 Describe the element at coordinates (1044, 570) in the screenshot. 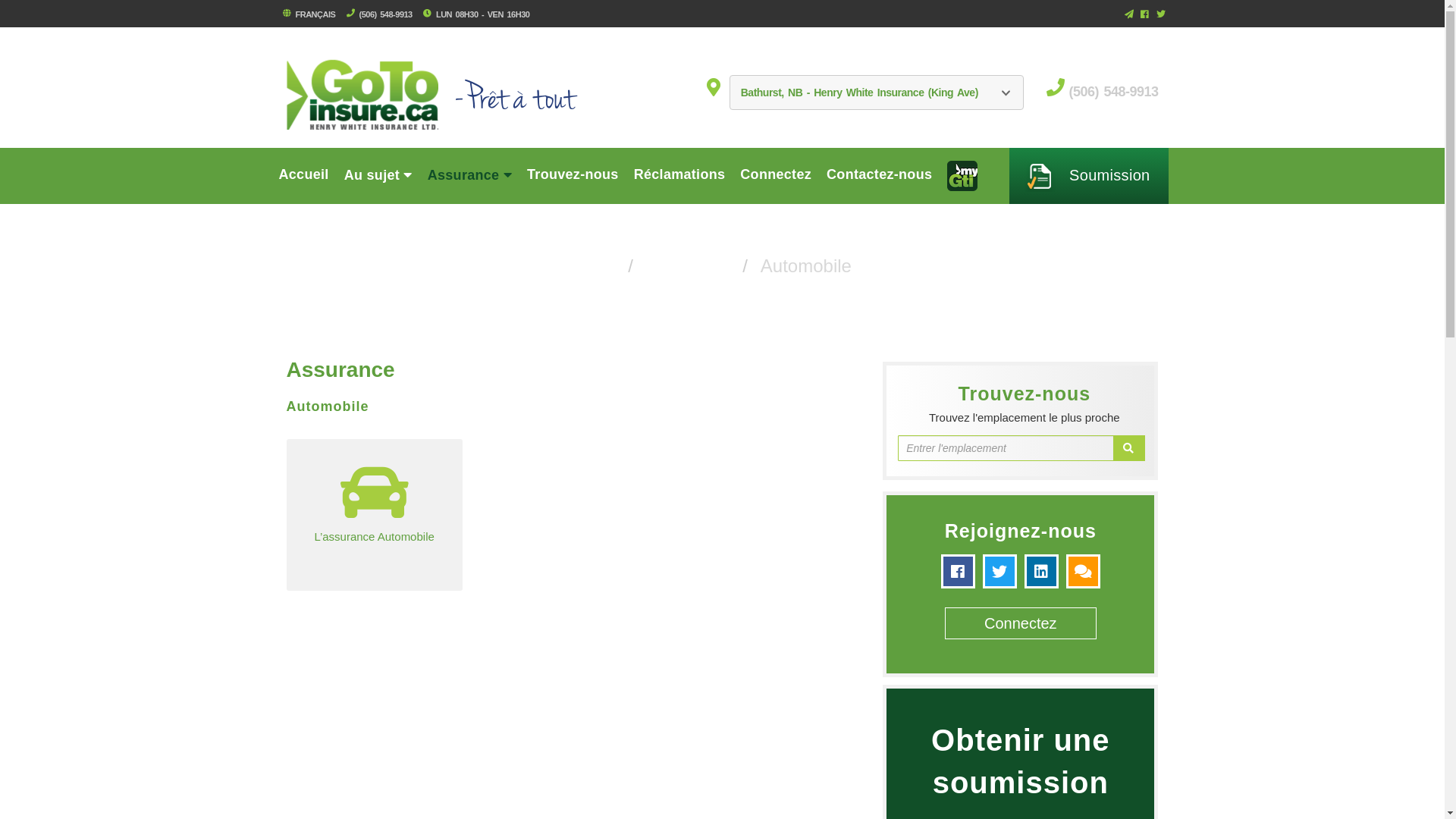

I see `'linkedin'` at that location.